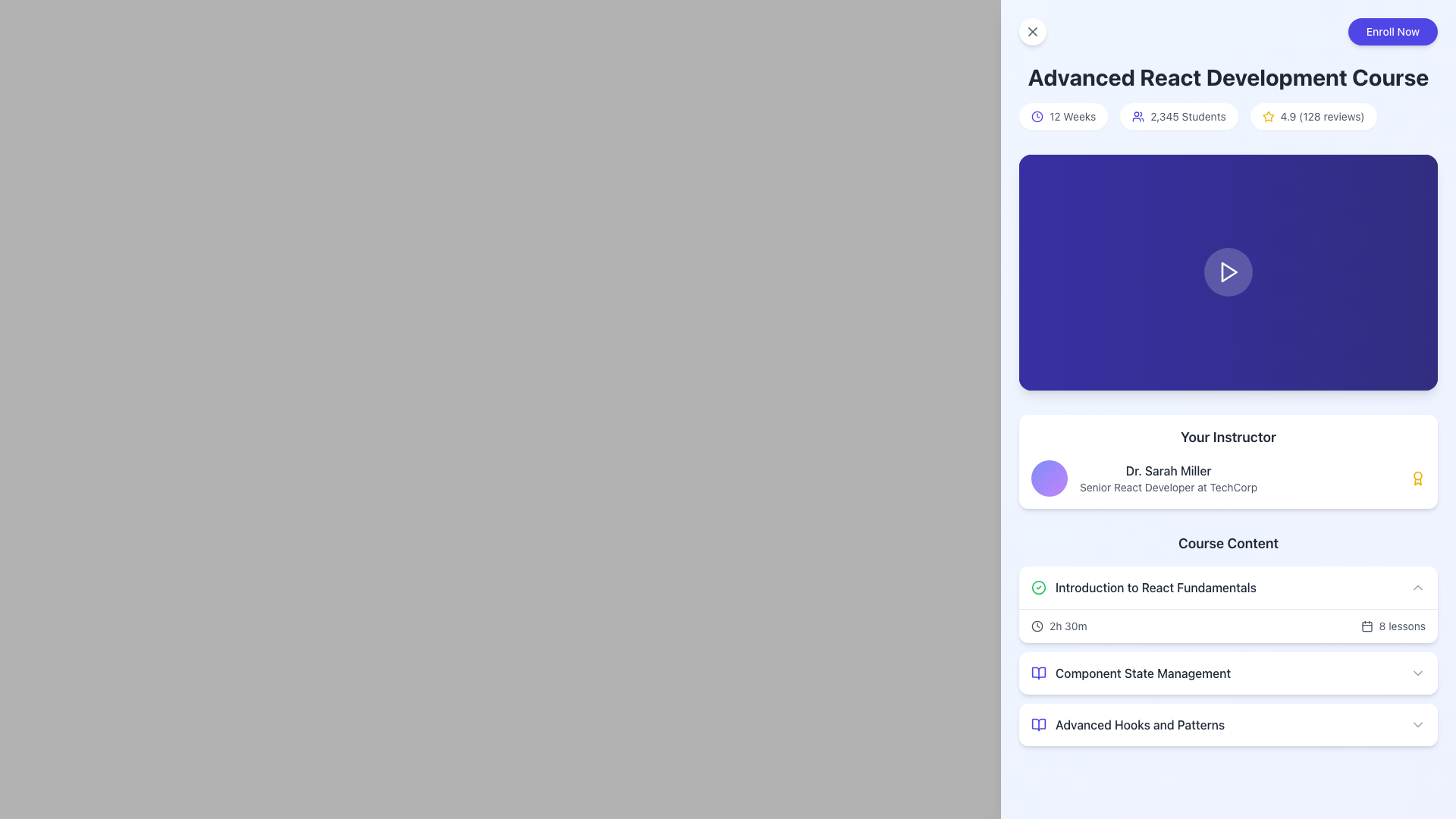 This screenshot has width=1456, height=819. What do you see at coordinates (1037, 586) in the screenshot?
I see `the green outlined circular icon with a checkmark symbol, indicating completion, located next to the text 'Introduction to React Fundamentals'` at bounding box center [1037, 586].